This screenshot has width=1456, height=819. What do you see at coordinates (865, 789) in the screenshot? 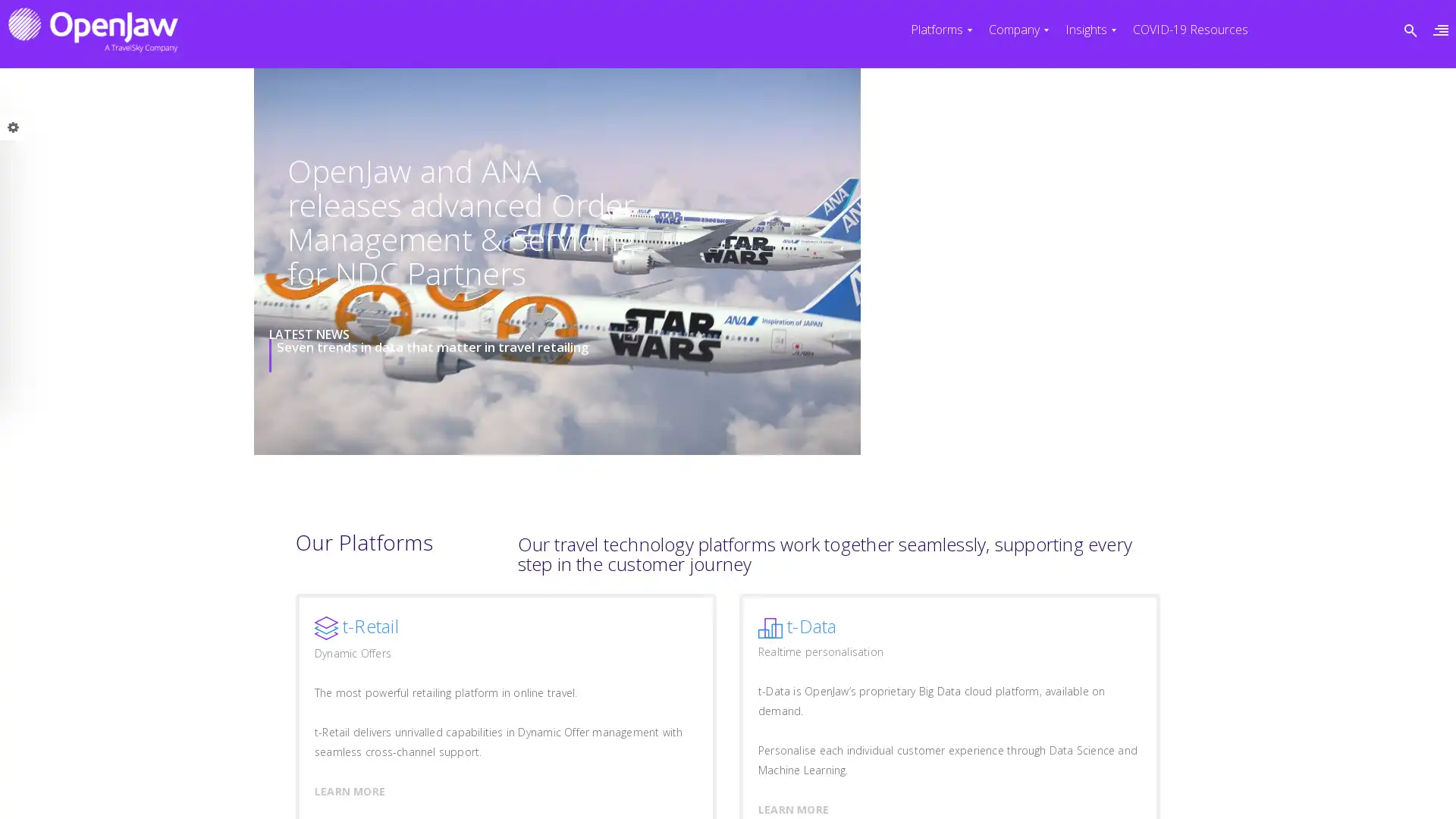
I see `Accept` at bounding box center [865, 789].